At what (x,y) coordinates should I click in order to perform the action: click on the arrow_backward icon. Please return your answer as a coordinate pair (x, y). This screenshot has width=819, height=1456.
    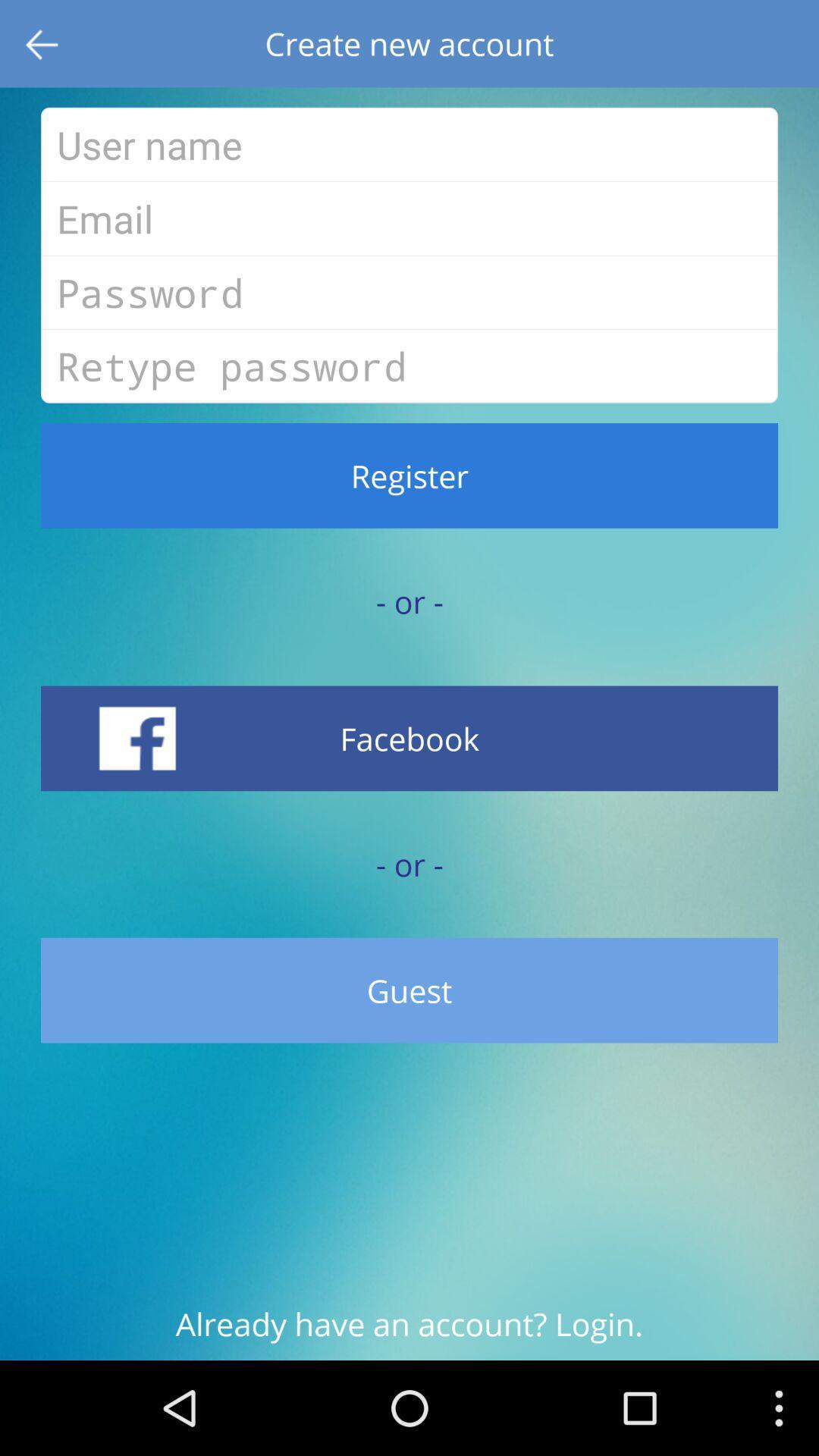
    Looking at the image, I should click on (42, 46).